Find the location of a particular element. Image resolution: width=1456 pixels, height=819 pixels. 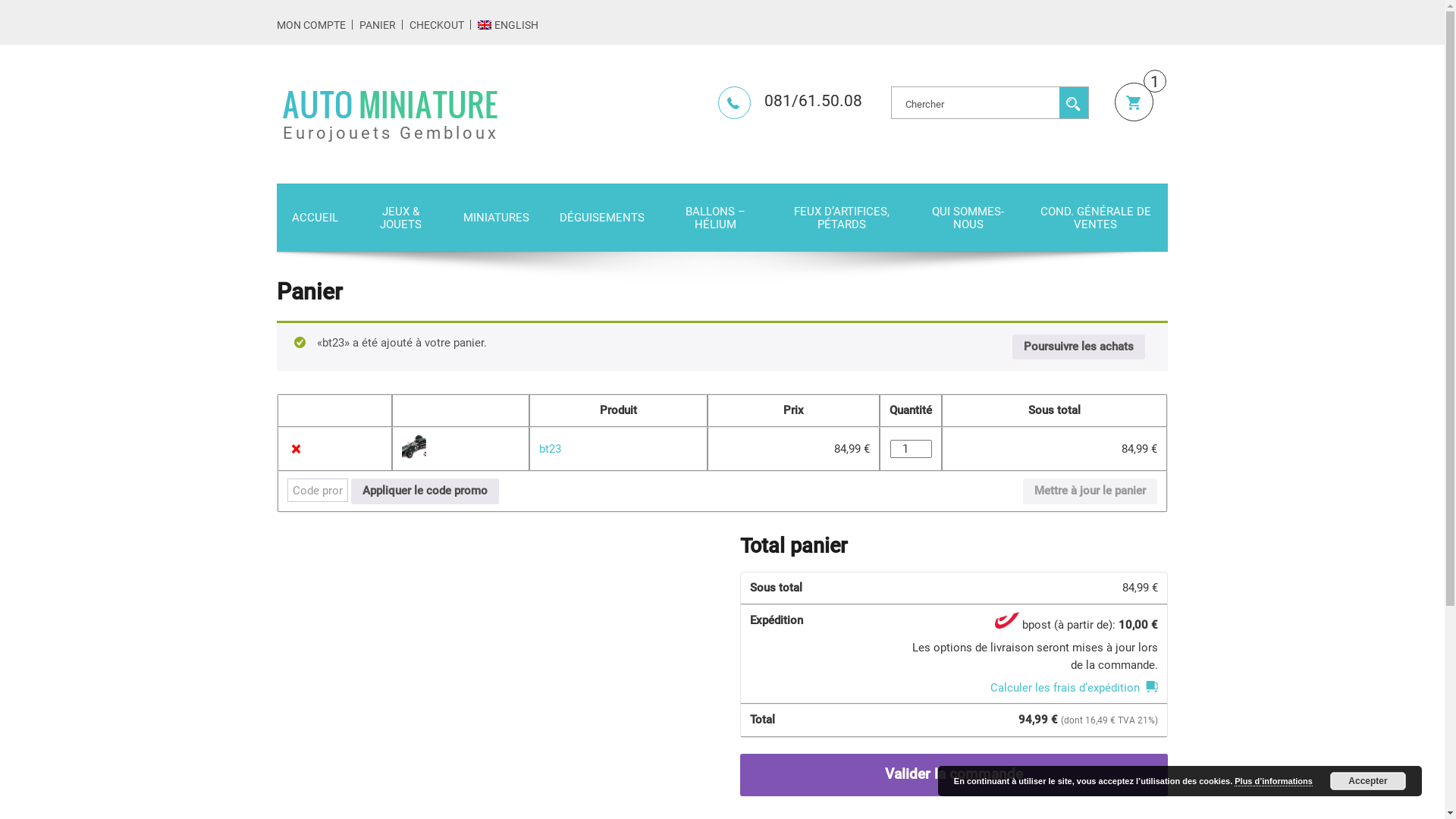

'ACCUEIL' is located at coordinates (276, 217).